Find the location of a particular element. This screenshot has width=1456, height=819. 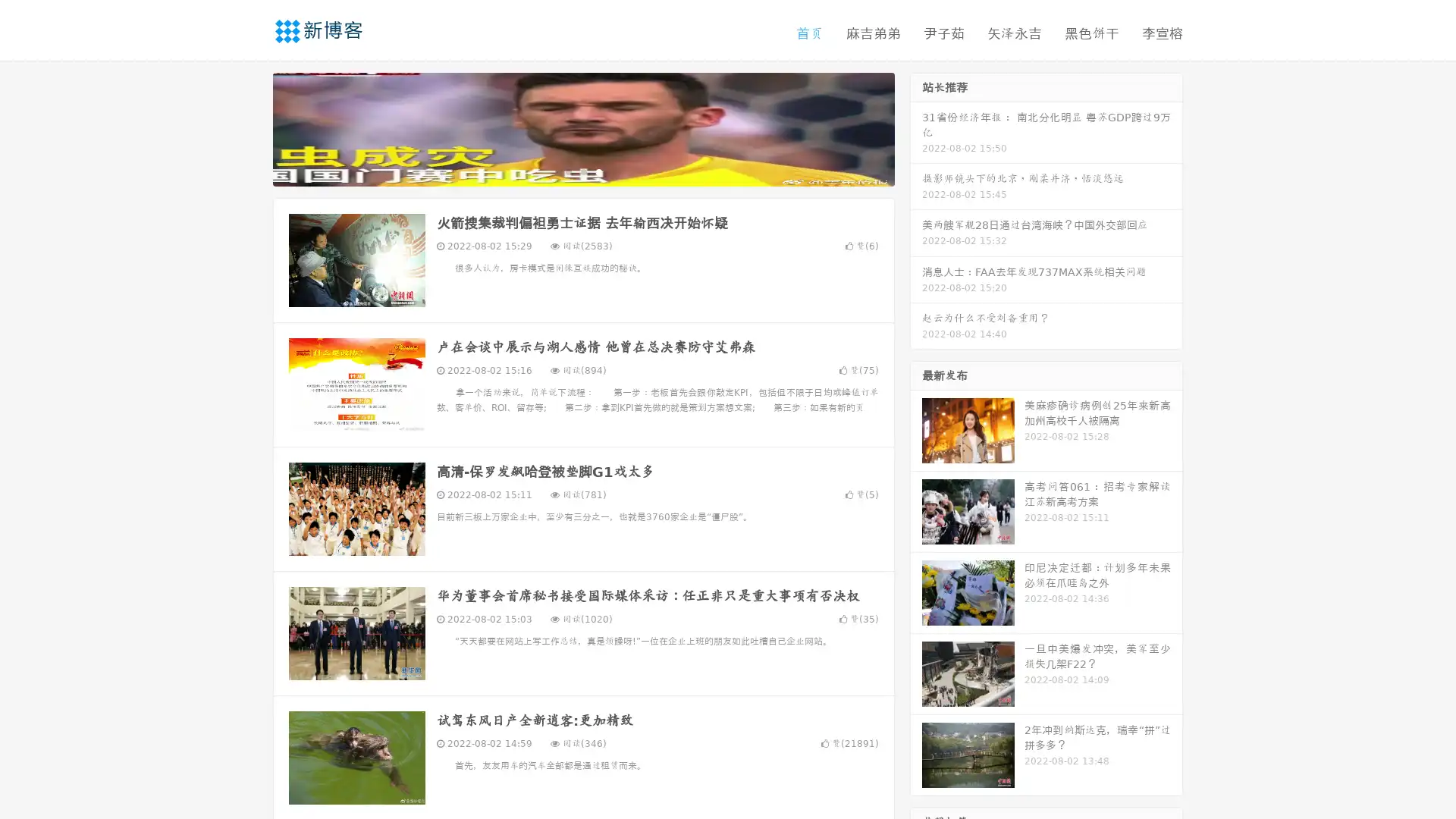

Go to slide 2 is located at coordinates (582, 171).